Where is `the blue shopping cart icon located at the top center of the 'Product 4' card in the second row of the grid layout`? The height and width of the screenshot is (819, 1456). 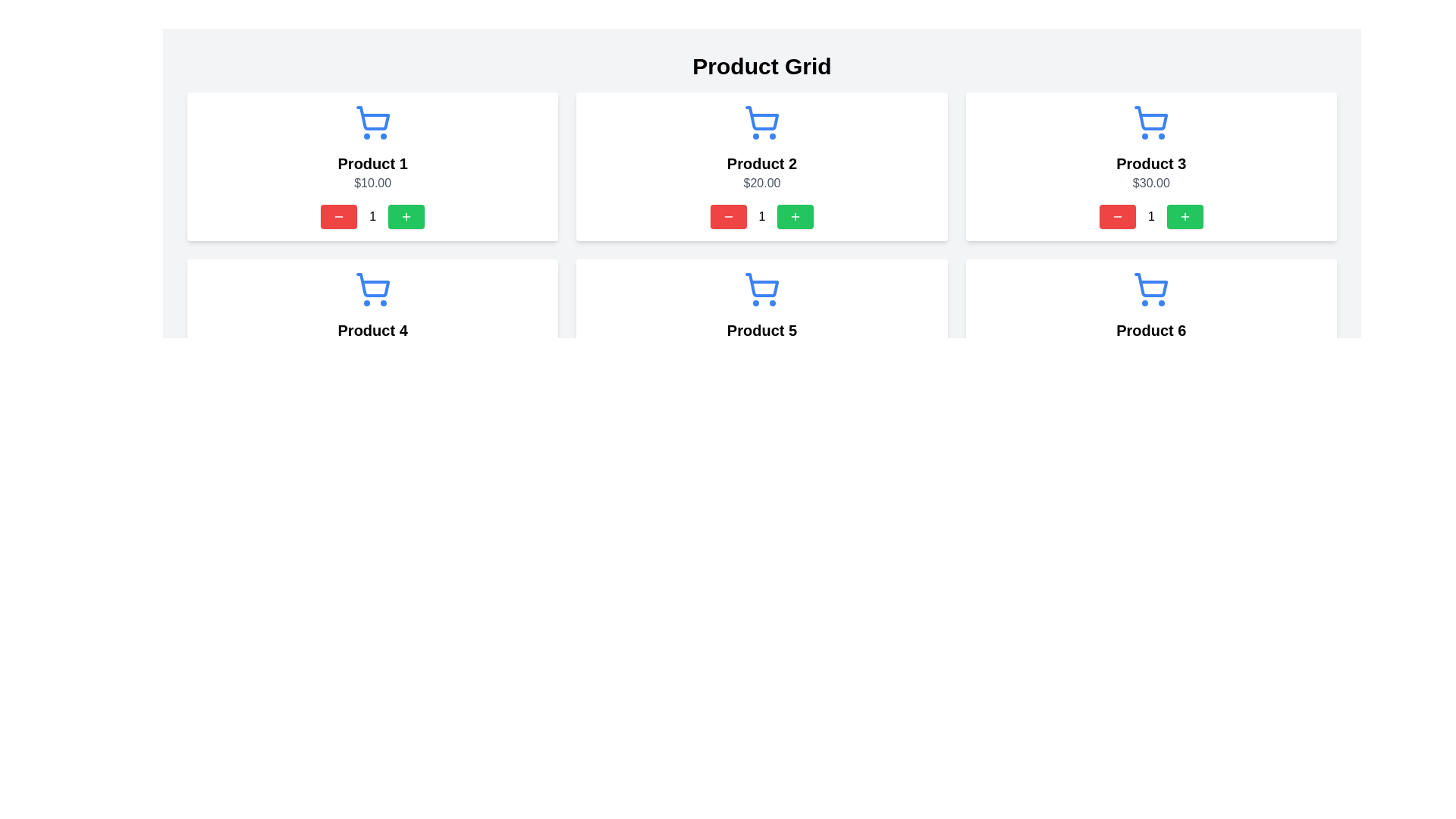 the blue shopping cart icon located at the top center of the 'Product 4' card in the second row of the grid layout is located at coordinates (372, 285).